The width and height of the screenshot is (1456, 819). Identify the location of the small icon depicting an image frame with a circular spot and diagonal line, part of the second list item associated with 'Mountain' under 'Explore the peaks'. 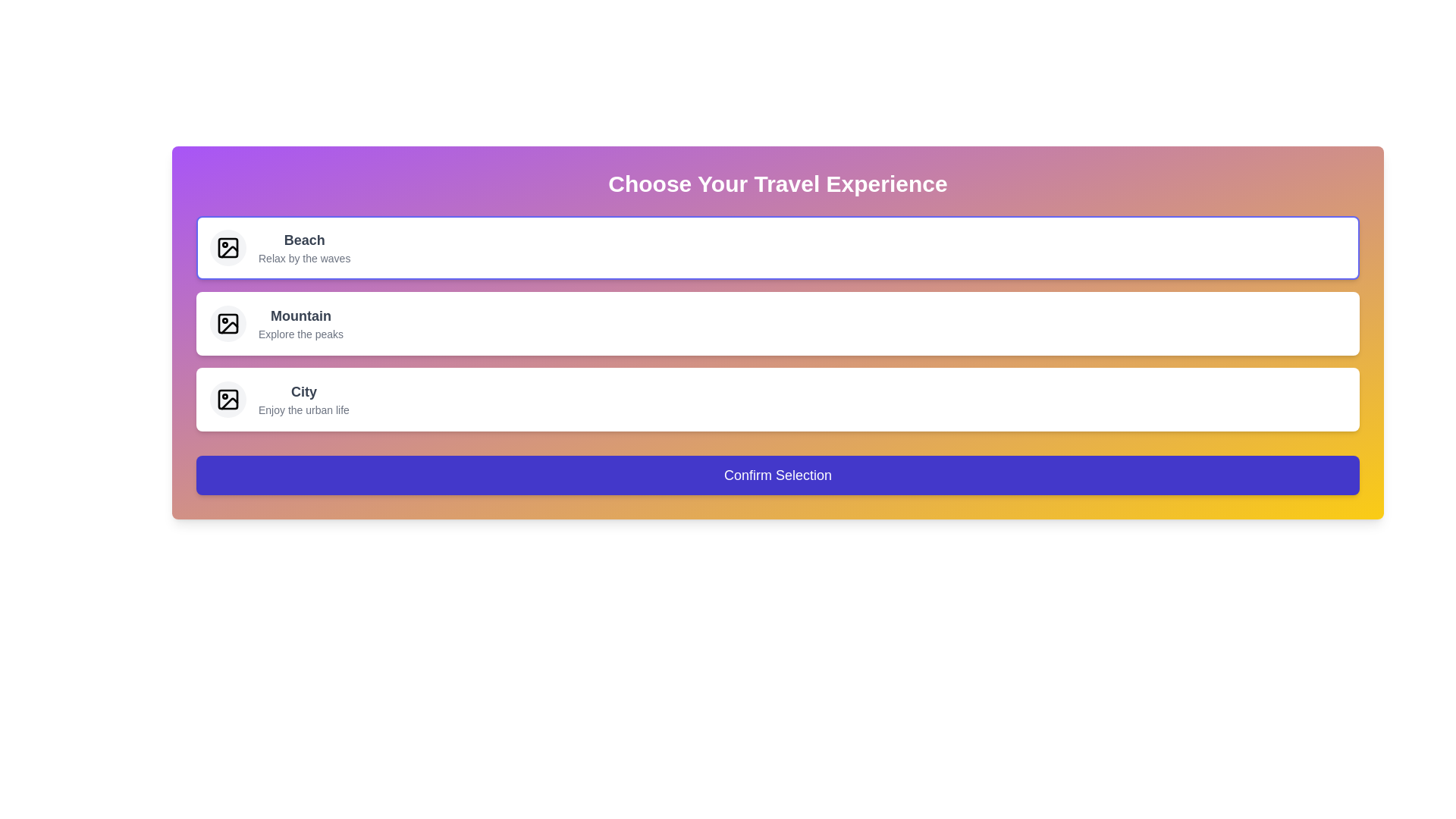
(227, 323).